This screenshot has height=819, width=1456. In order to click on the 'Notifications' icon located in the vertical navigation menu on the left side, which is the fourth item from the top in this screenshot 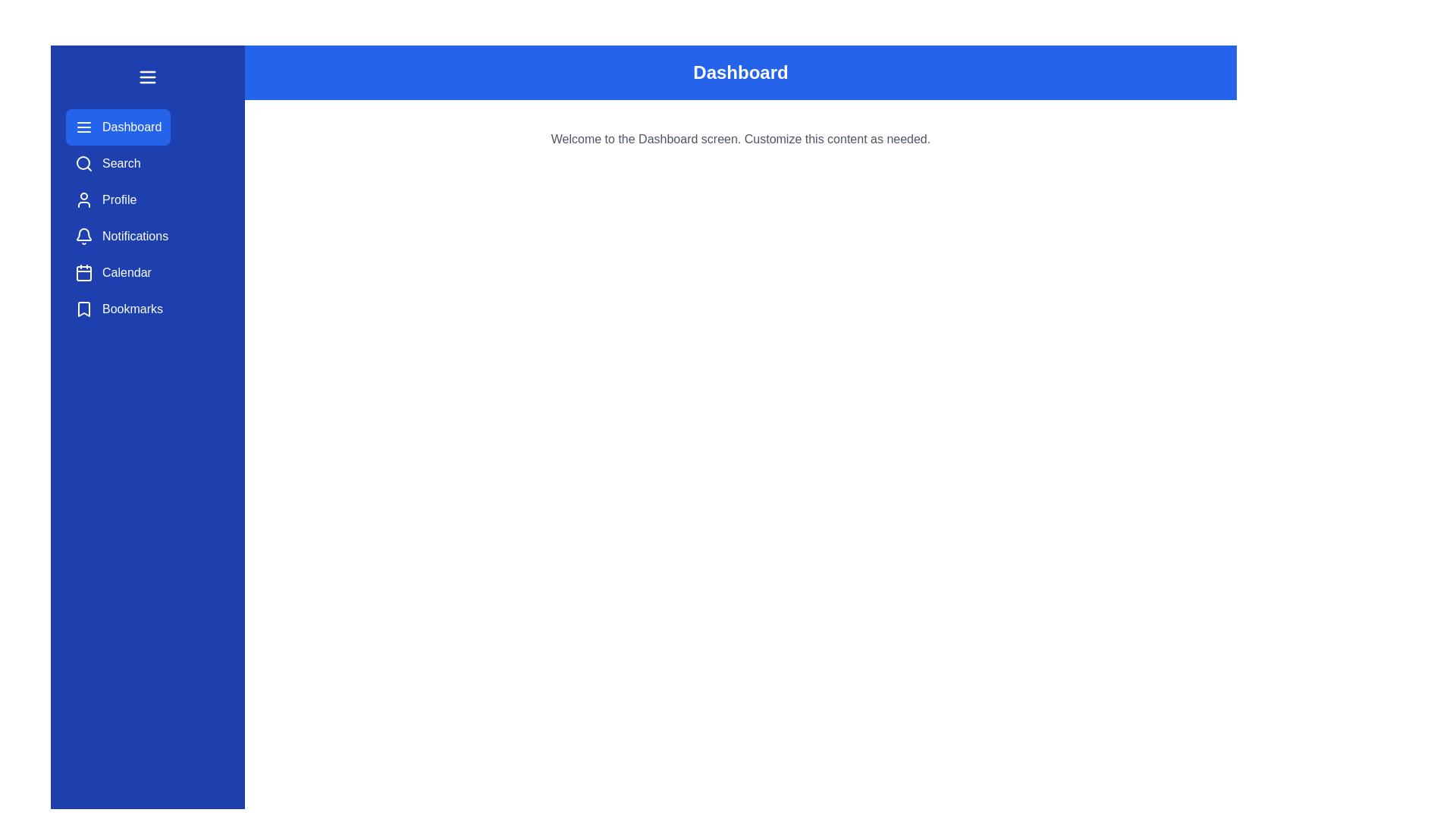, I will do `click(83, 234)`.